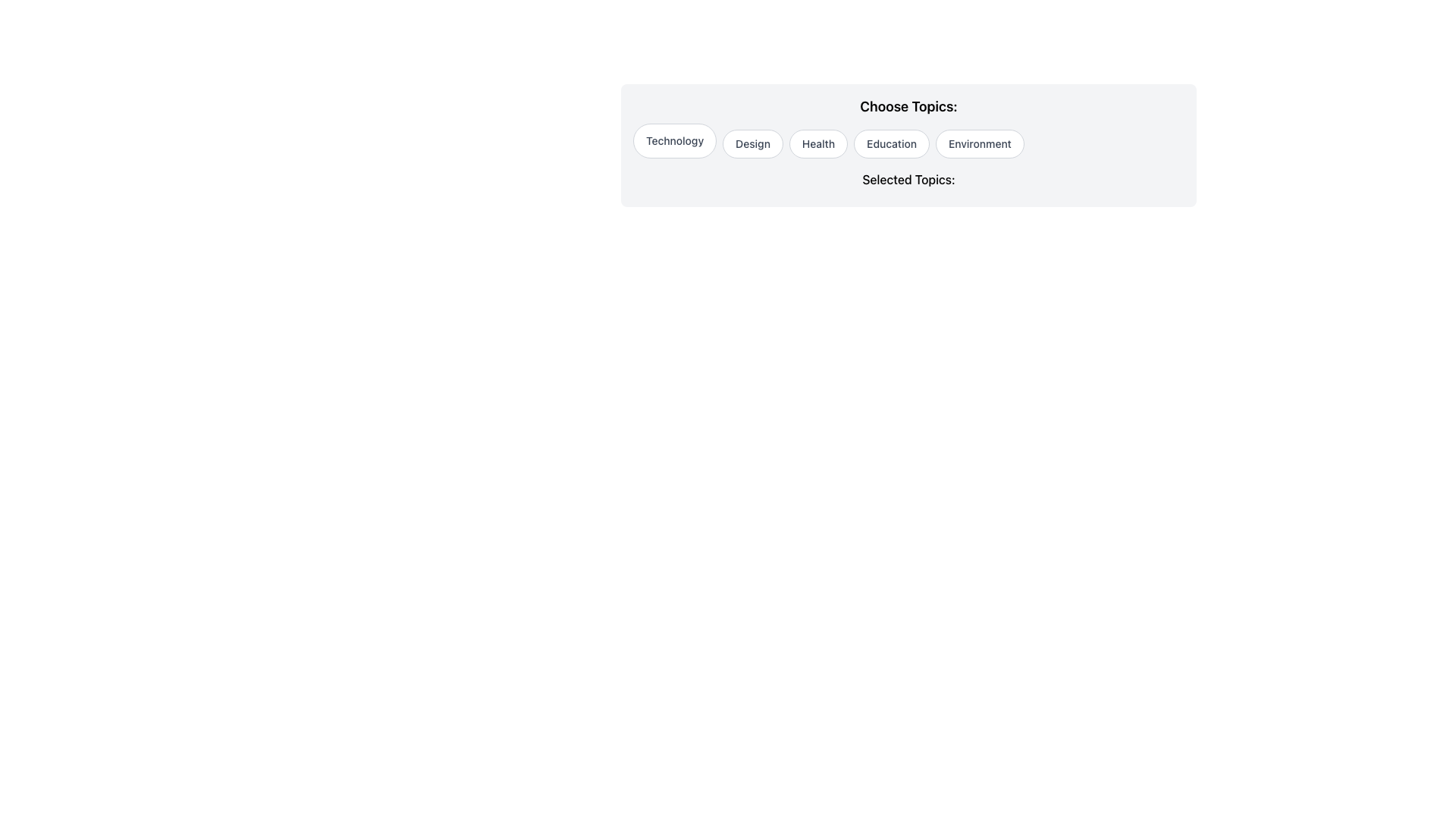 This screenshot has width=1456, height=819. What do you see at coordinates (892, 143) in the screenshot?
I see `the 'Education' pill-shaped button with a white background and gray text` at bounding box center [892, 143].